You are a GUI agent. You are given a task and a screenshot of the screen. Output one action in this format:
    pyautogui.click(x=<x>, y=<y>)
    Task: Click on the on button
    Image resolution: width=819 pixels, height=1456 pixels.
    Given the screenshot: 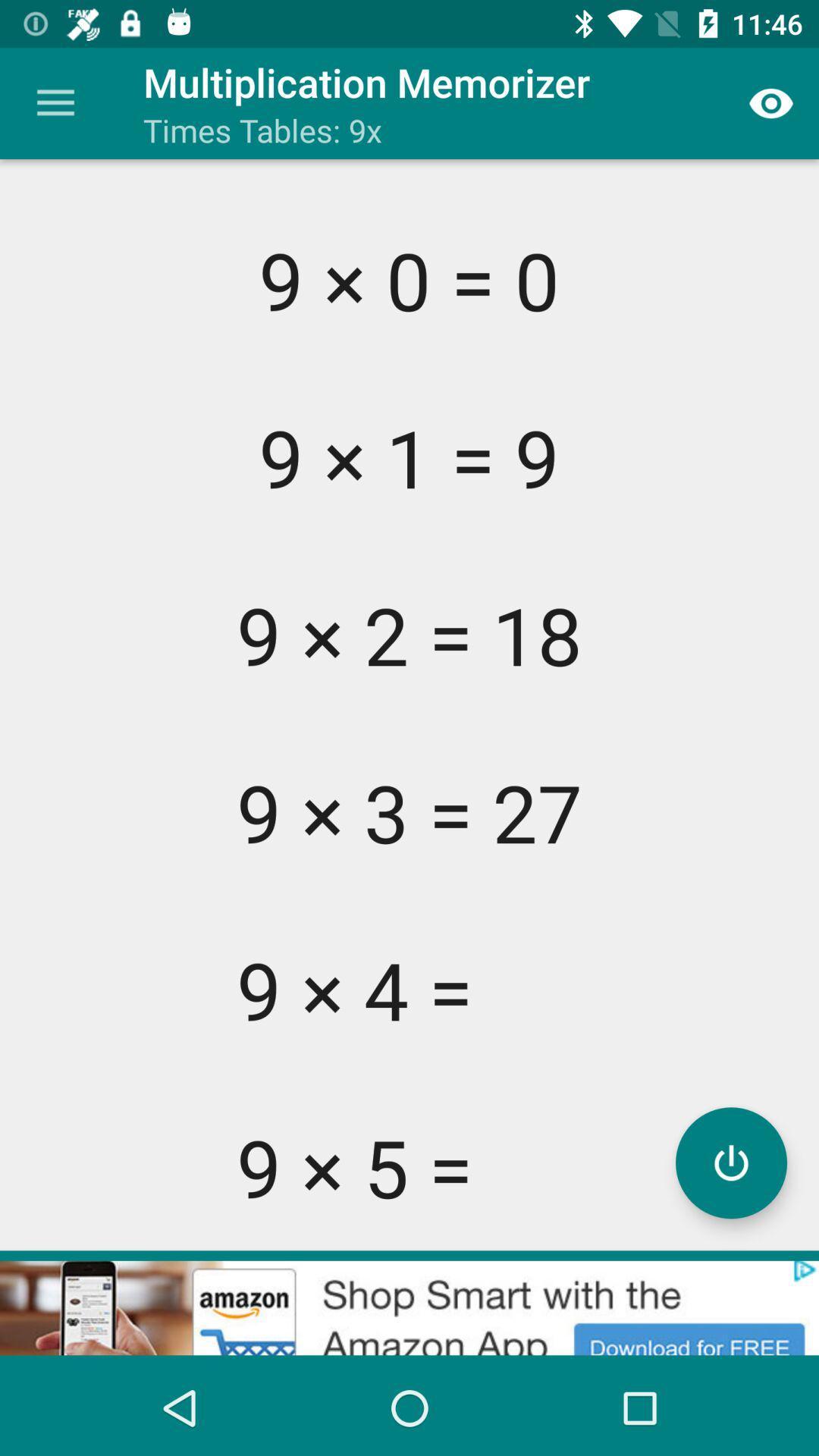 What is the action you would take?
    pyautogui.click(x=730, y=1162)
    